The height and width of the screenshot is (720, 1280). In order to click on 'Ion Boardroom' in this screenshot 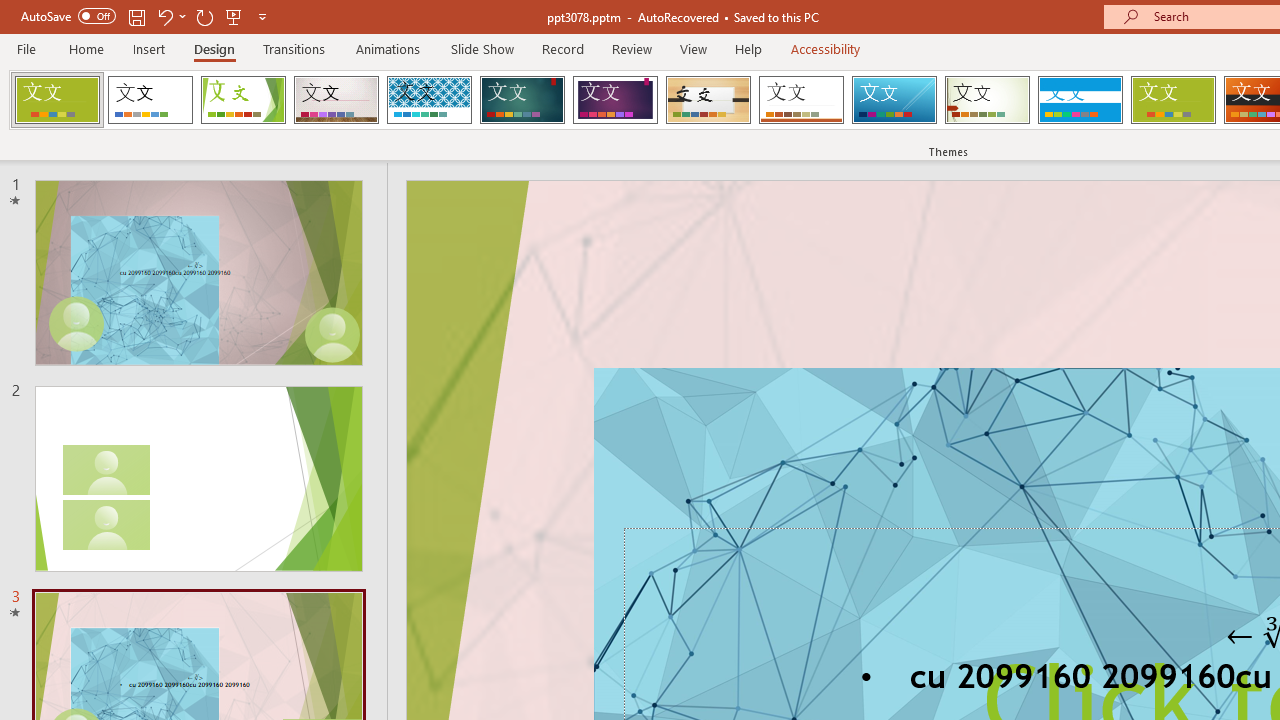, I will do `click(614, 100)`.